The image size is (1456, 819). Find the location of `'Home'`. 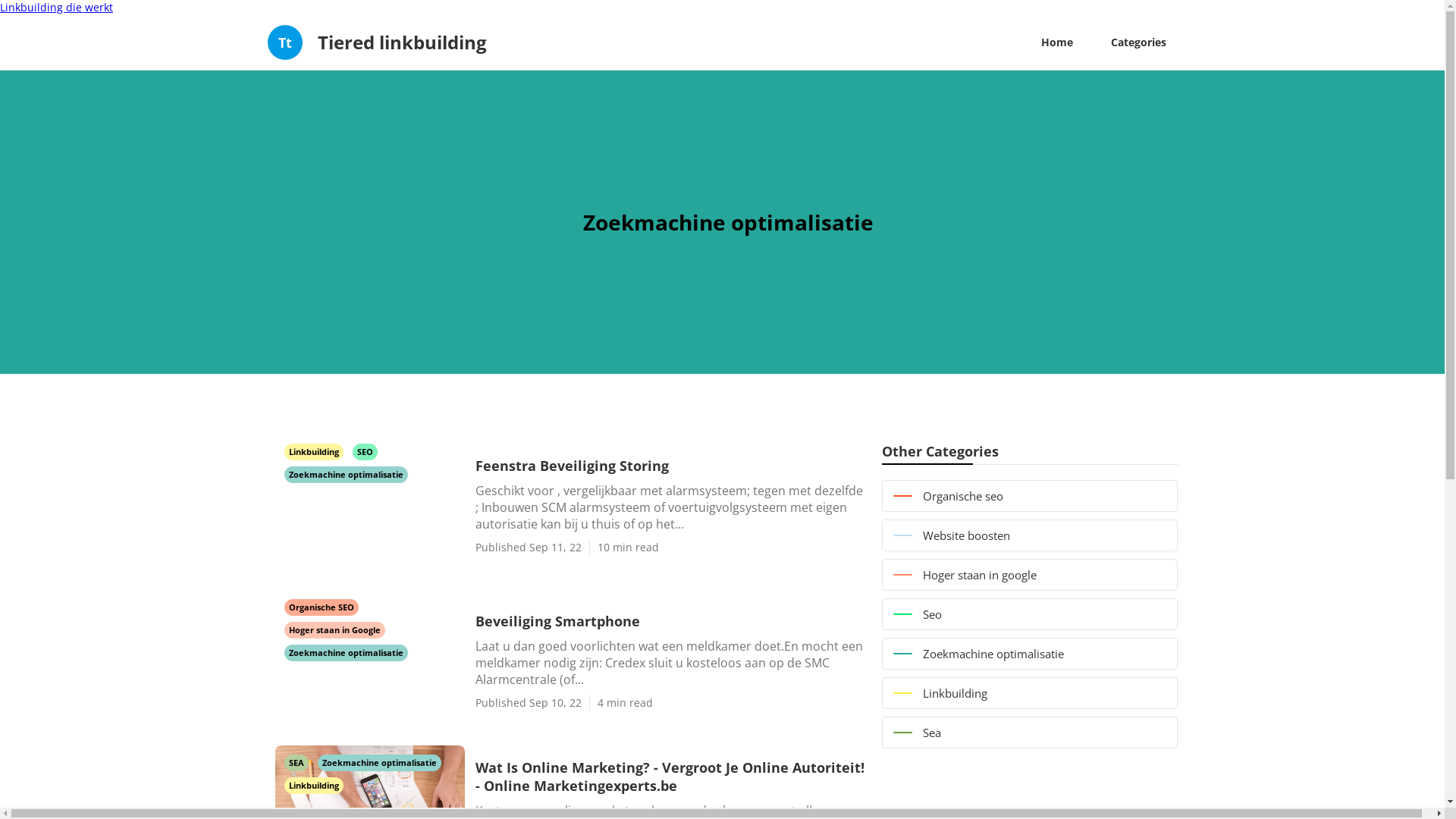

'Home' is located at coordinates (1056, 42).